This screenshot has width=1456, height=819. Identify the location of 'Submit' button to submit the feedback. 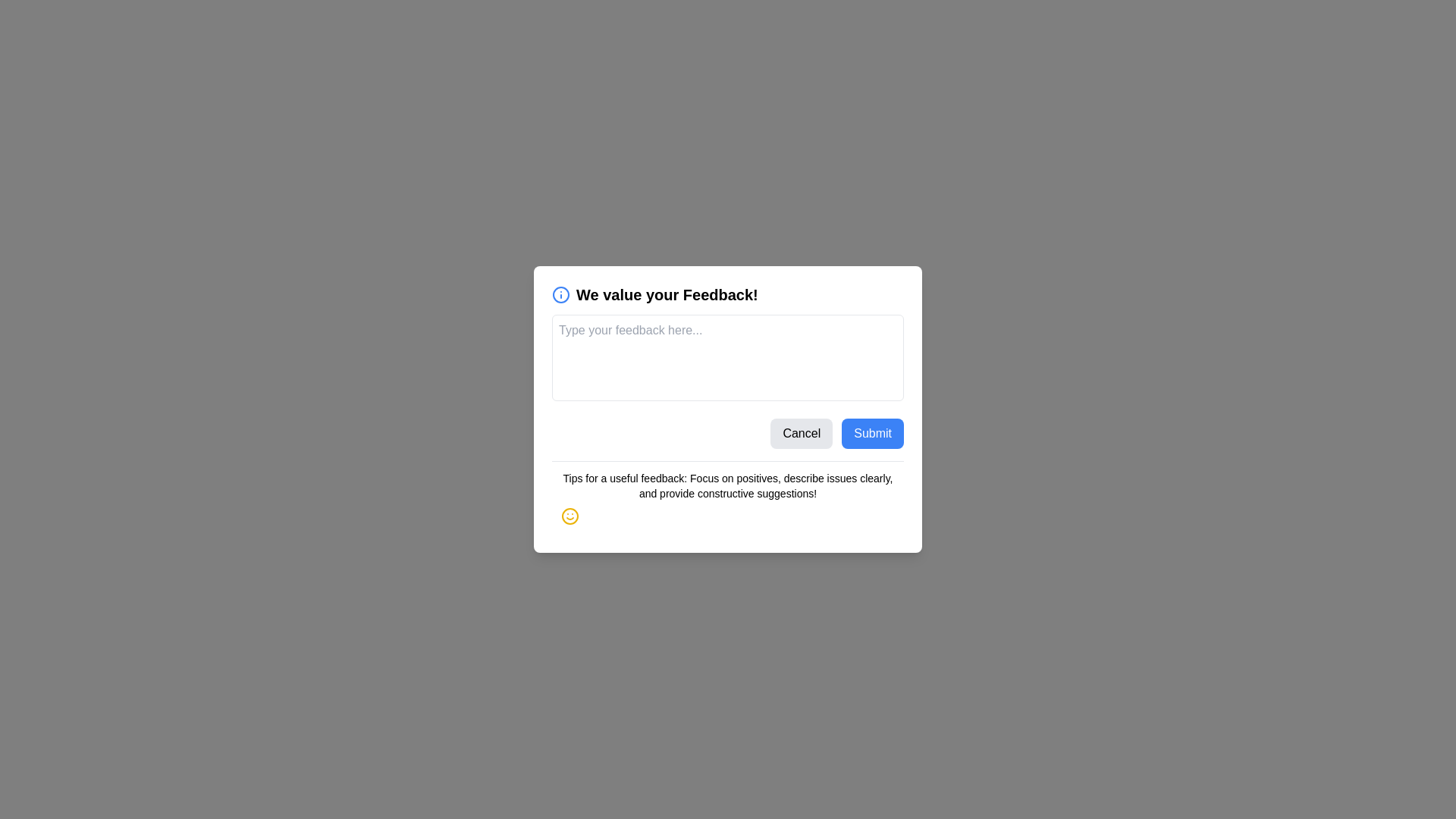
(873, 433).